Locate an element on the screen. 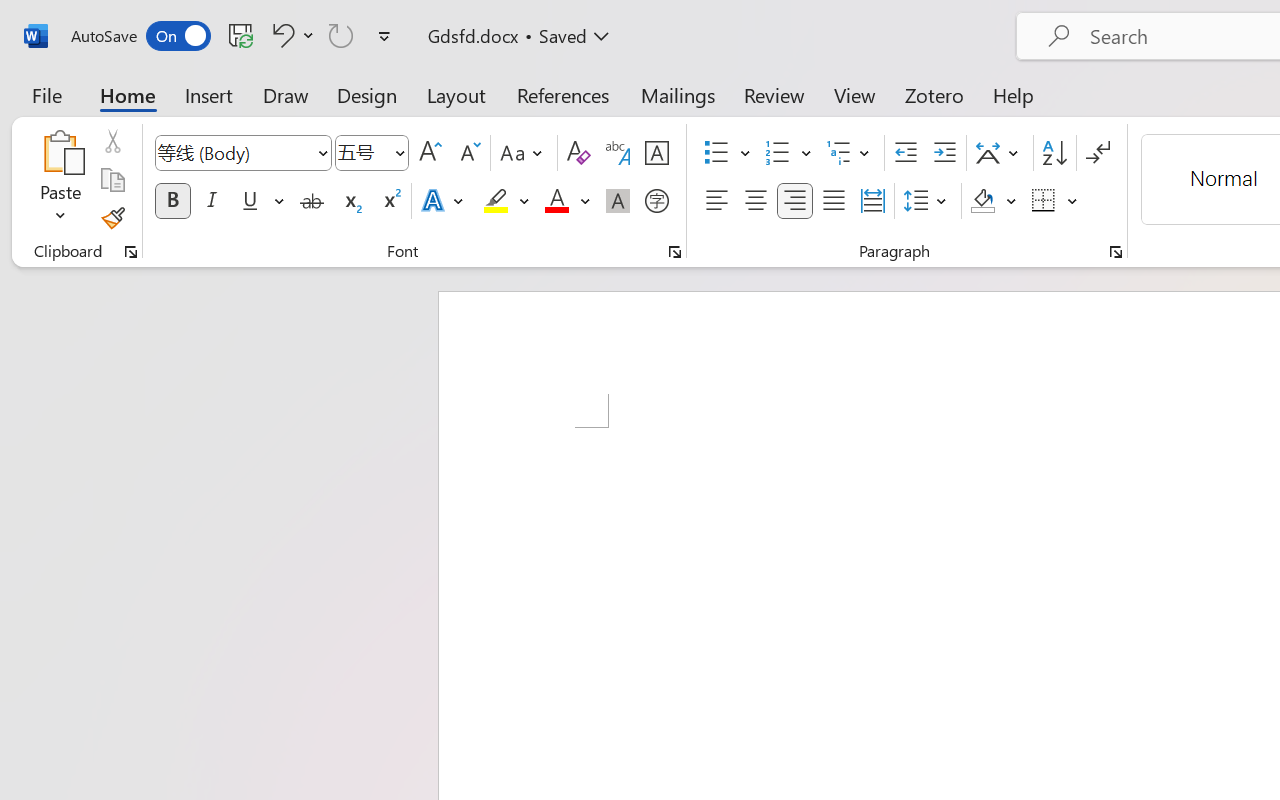 Image resolution: width=1280 pixels, height=800 pixels. 'Text Effects and Typography' is located at coordinates (443, 201).